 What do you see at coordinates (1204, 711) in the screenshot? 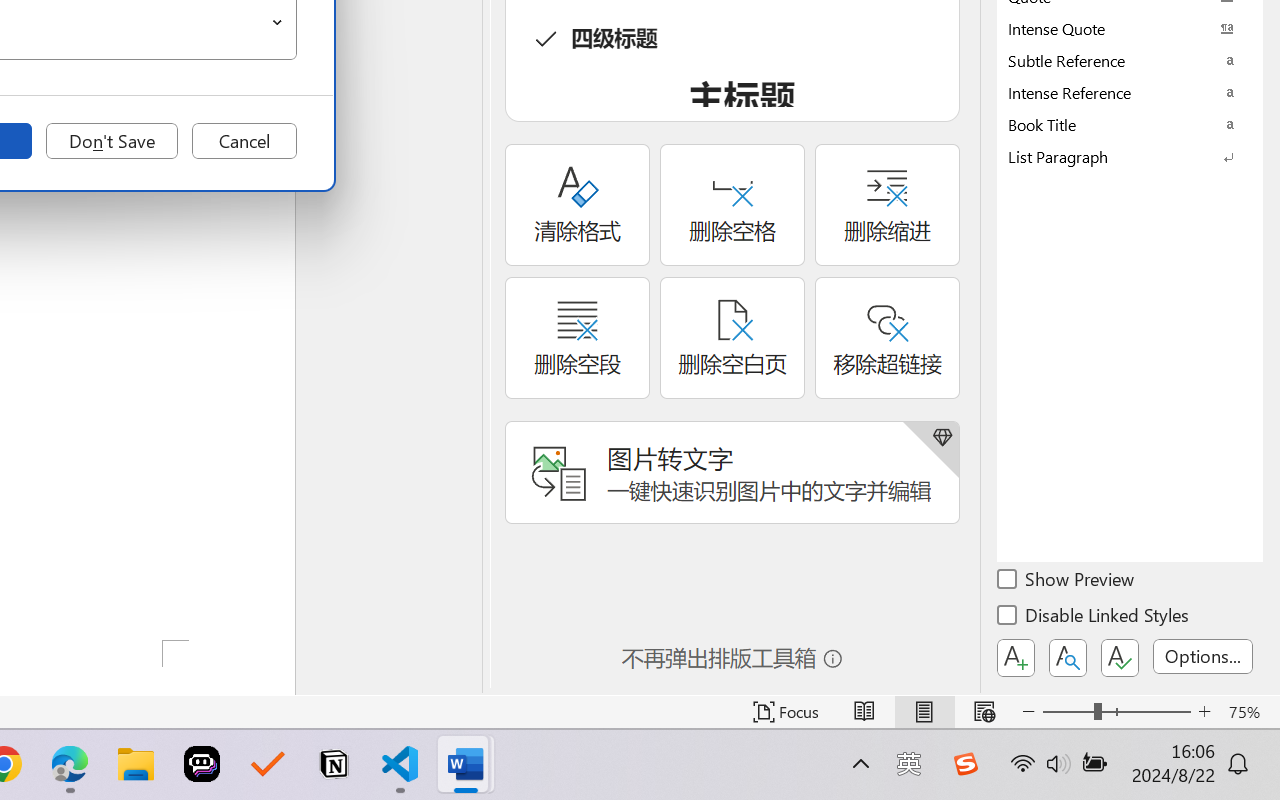
I see `'Zoom In'` at bounding box center [1204, 711].